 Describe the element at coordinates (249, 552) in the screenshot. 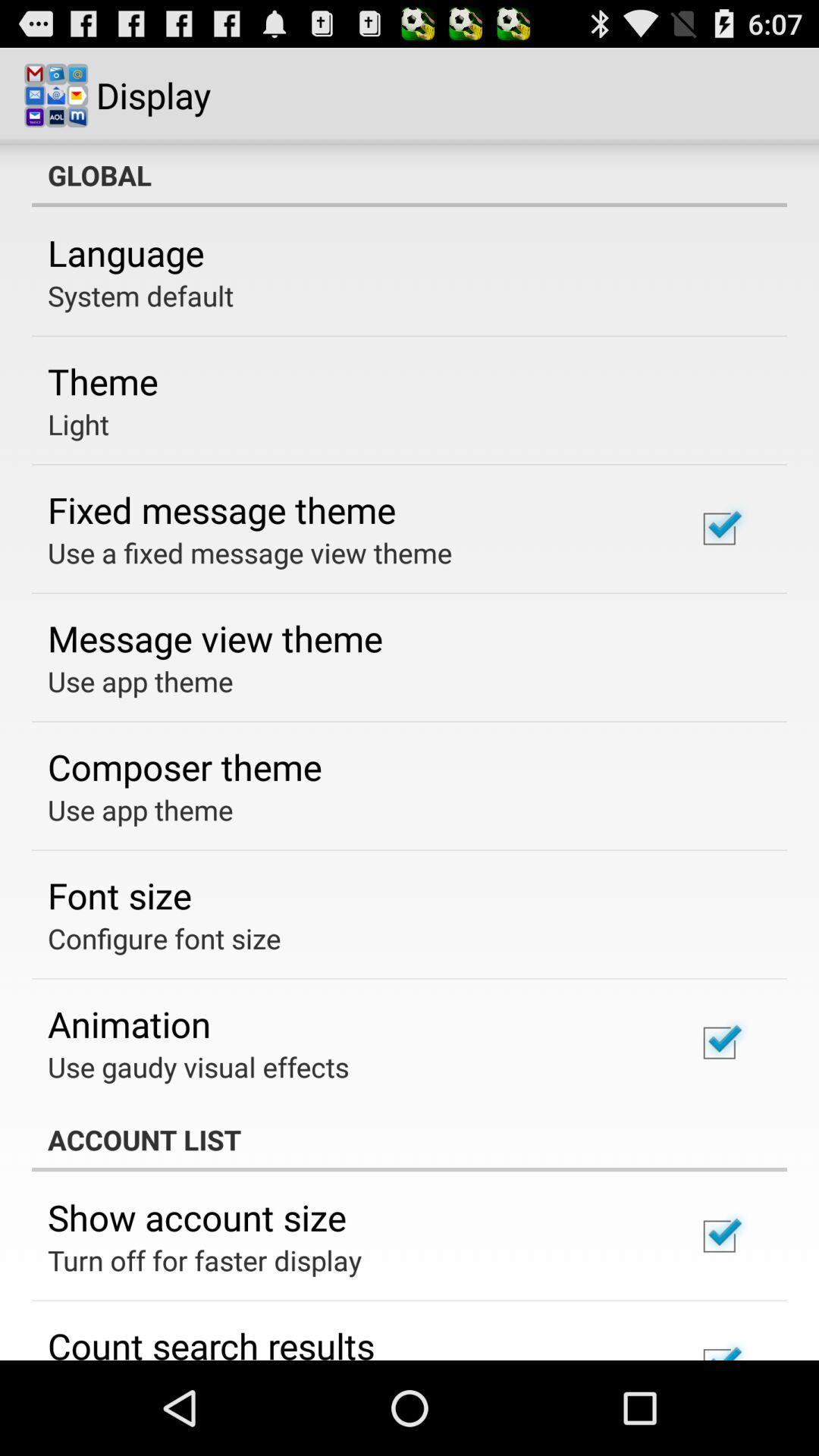

I see `use a fixed item` at that location.